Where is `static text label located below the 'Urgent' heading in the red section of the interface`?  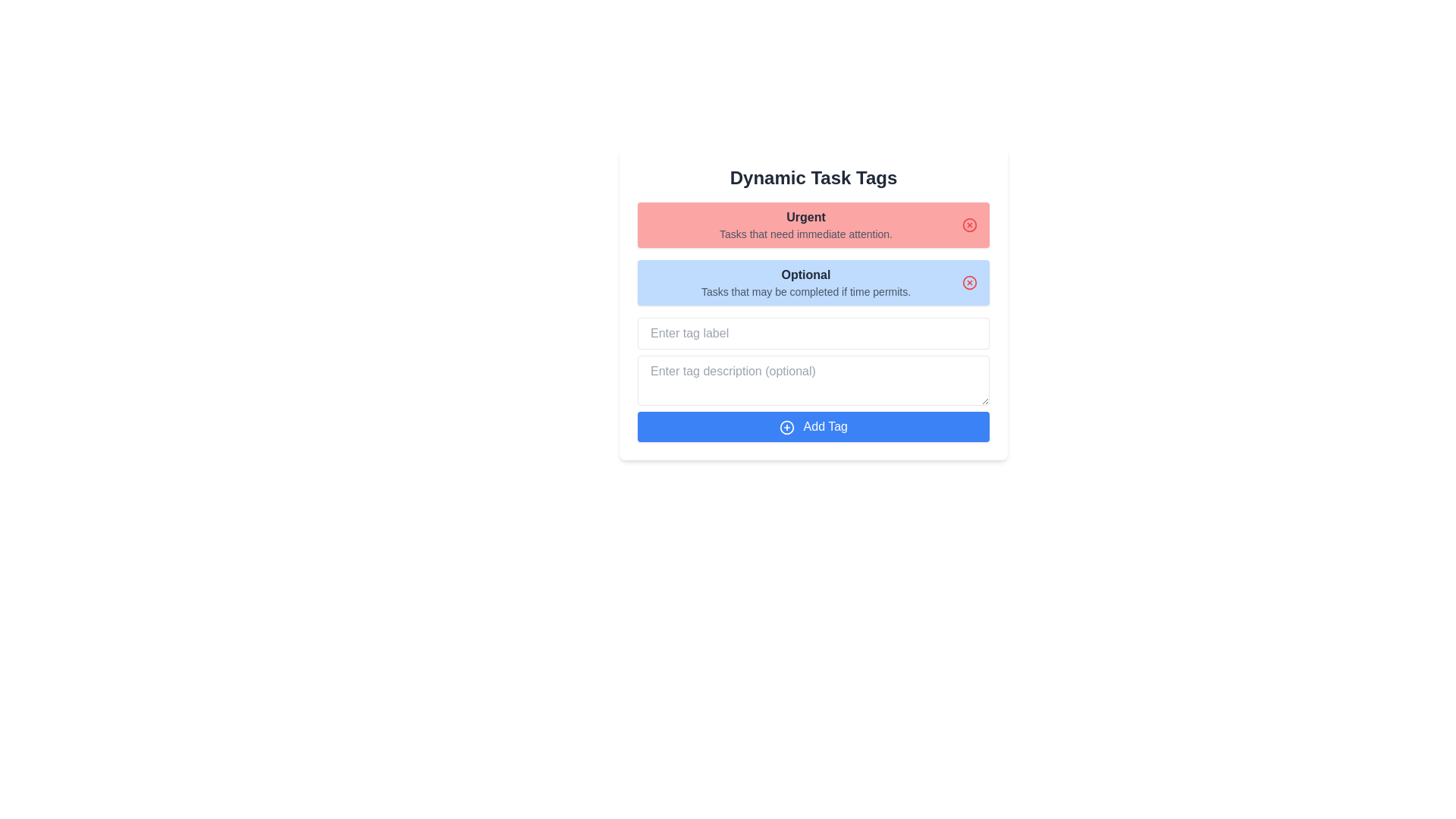 static text label located below the 'Urgent' heading in the red section of the interface is located at coordinates (805, 234).